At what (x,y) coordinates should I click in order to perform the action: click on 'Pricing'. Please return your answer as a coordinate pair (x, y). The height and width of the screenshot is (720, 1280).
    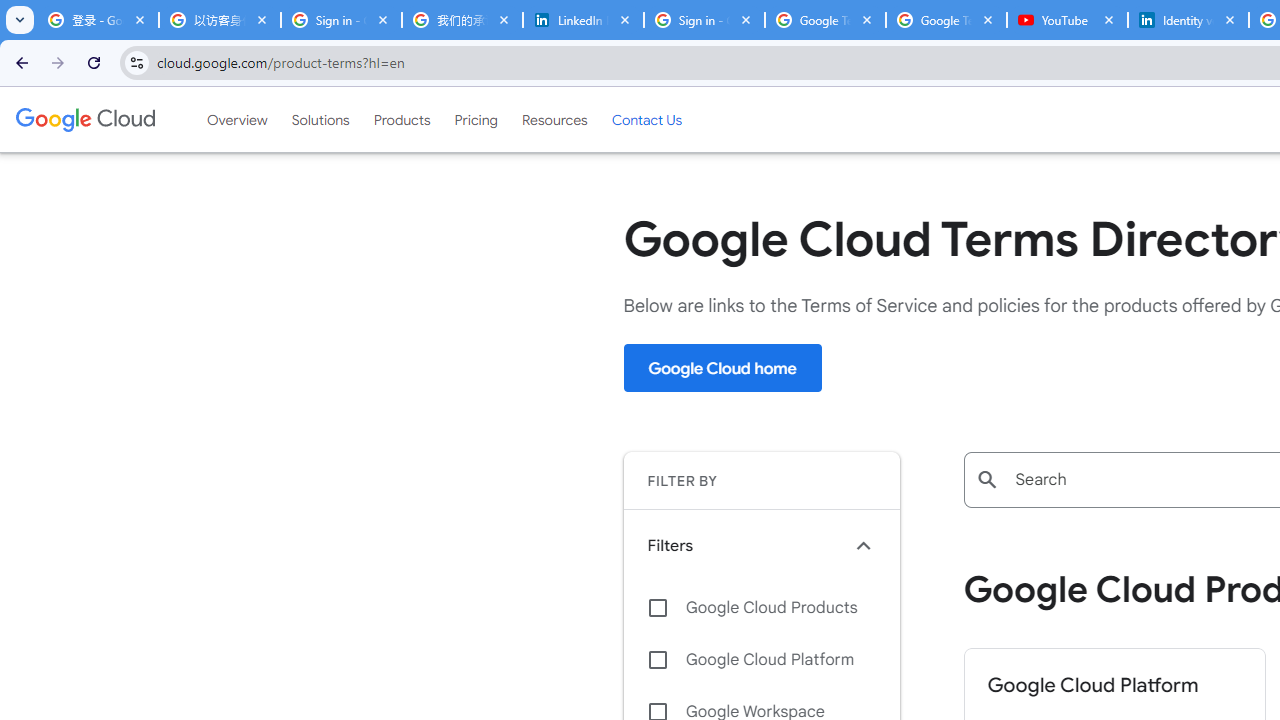
    Looking at the image, I should click on (475, 119).